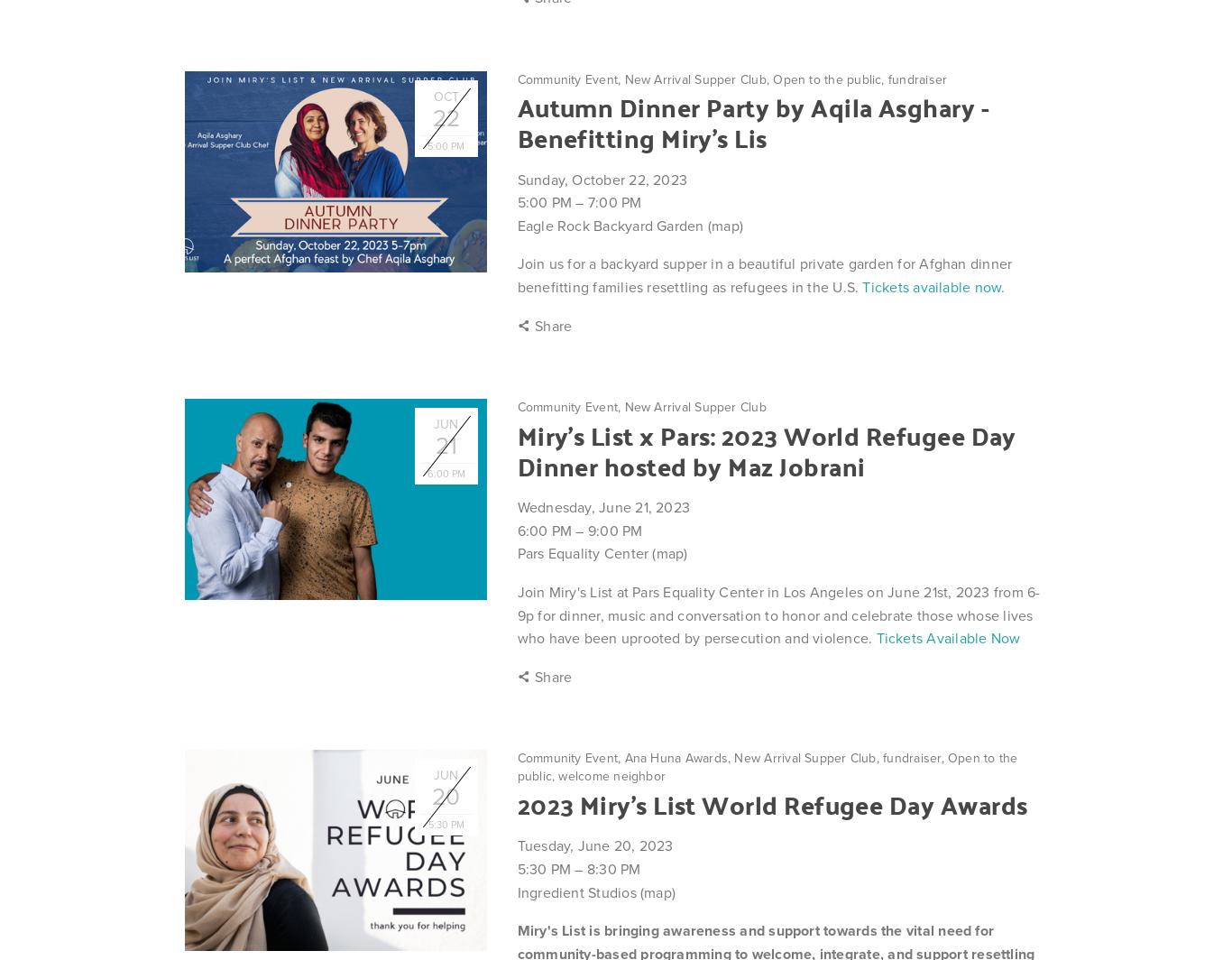  What do you see at coordinates (763, 275) in the screenshot?
I see `'Join us for a backyard supper in a beautiful private garden for Afghan dinner benefitting families resettling as refugees in the U.S.'` at bounding box center [763, 275].